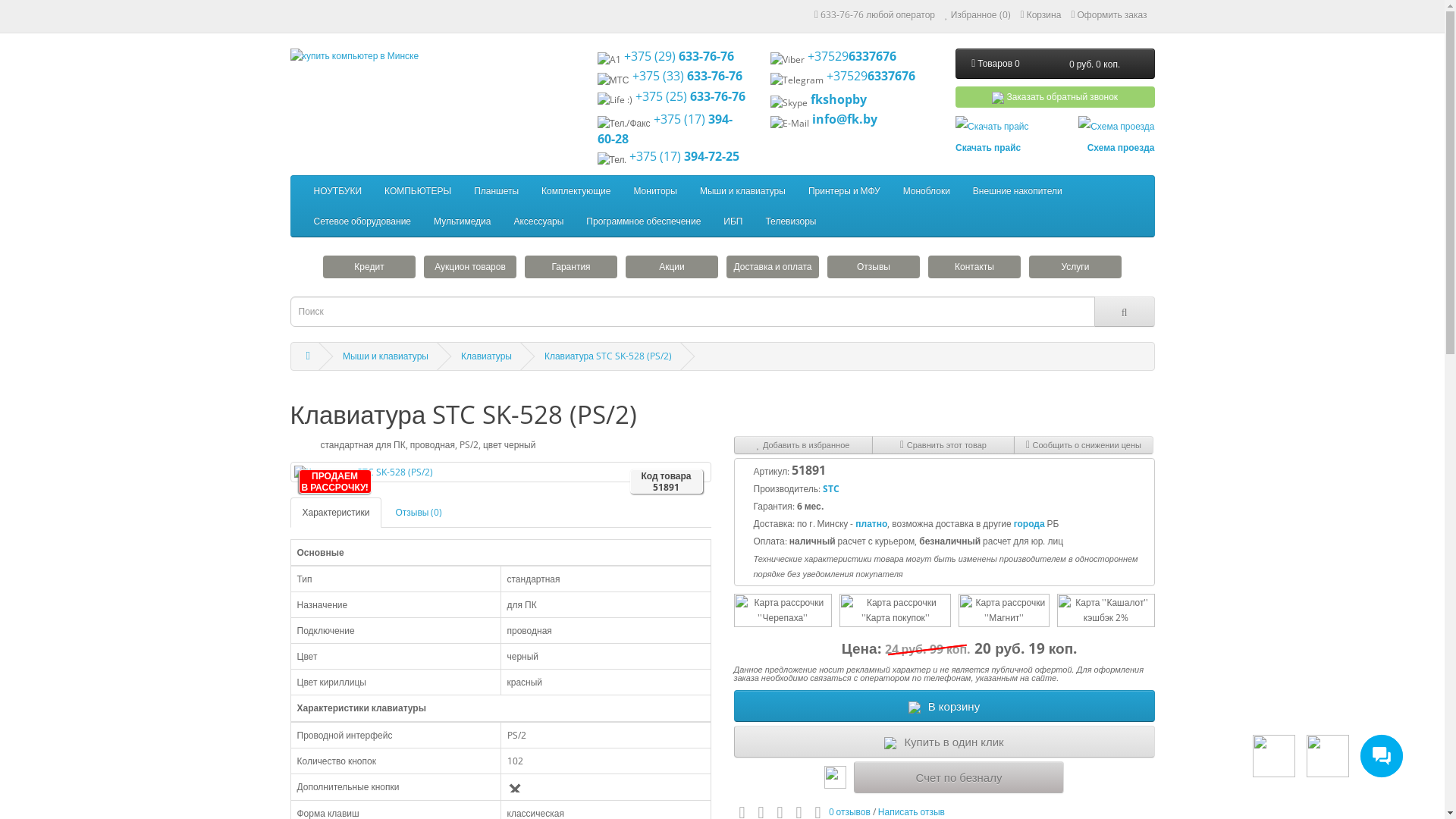 The height and width of the screenshot is (819, 1456). Describe the element at coordinates (683, 155) in the screenshot. I see `'+375 (17) 394-72-25'` at that location.